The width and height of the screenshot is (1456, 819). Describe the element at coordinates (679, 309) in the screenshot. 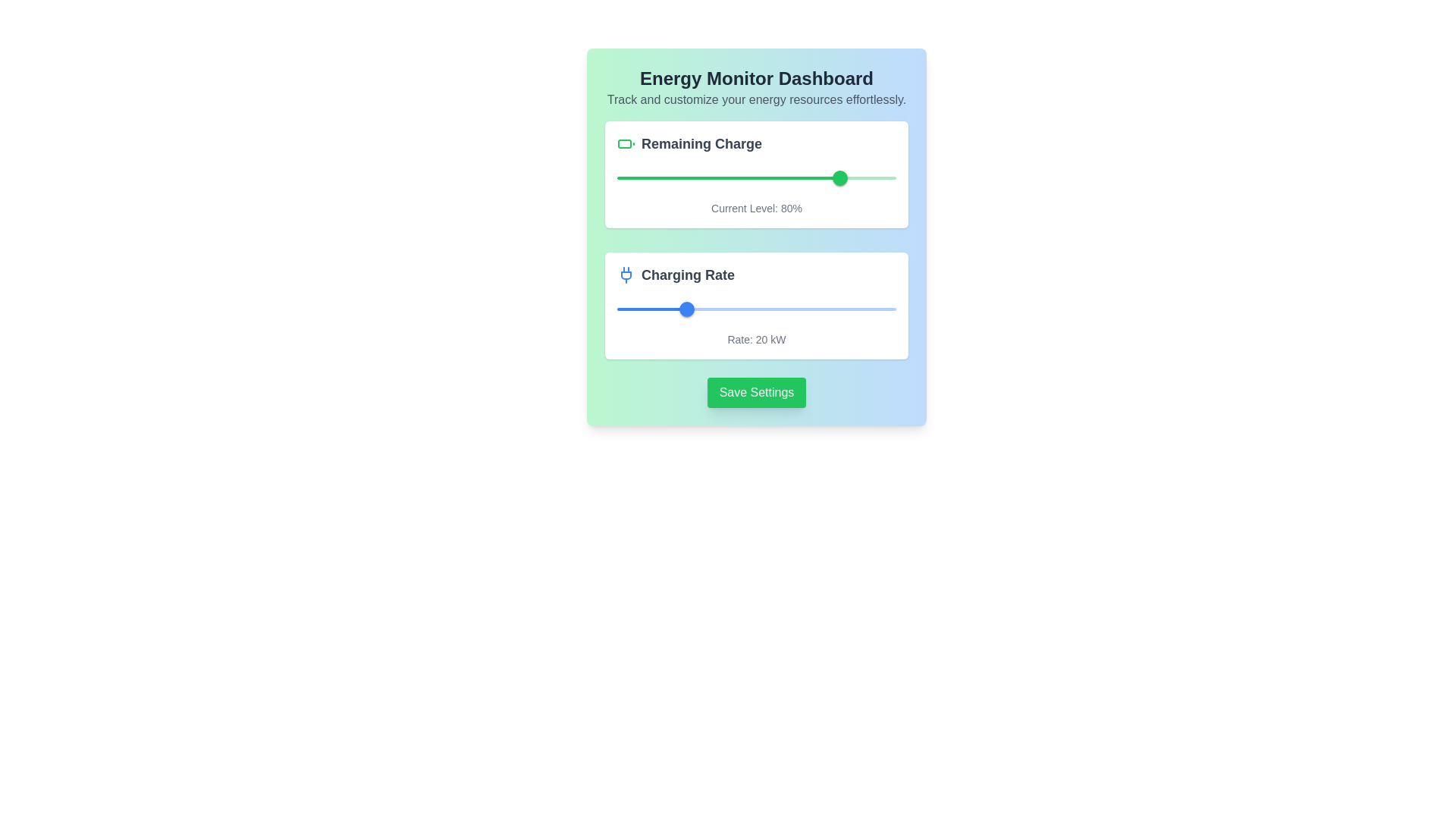

I see `the charging rate` at that location.